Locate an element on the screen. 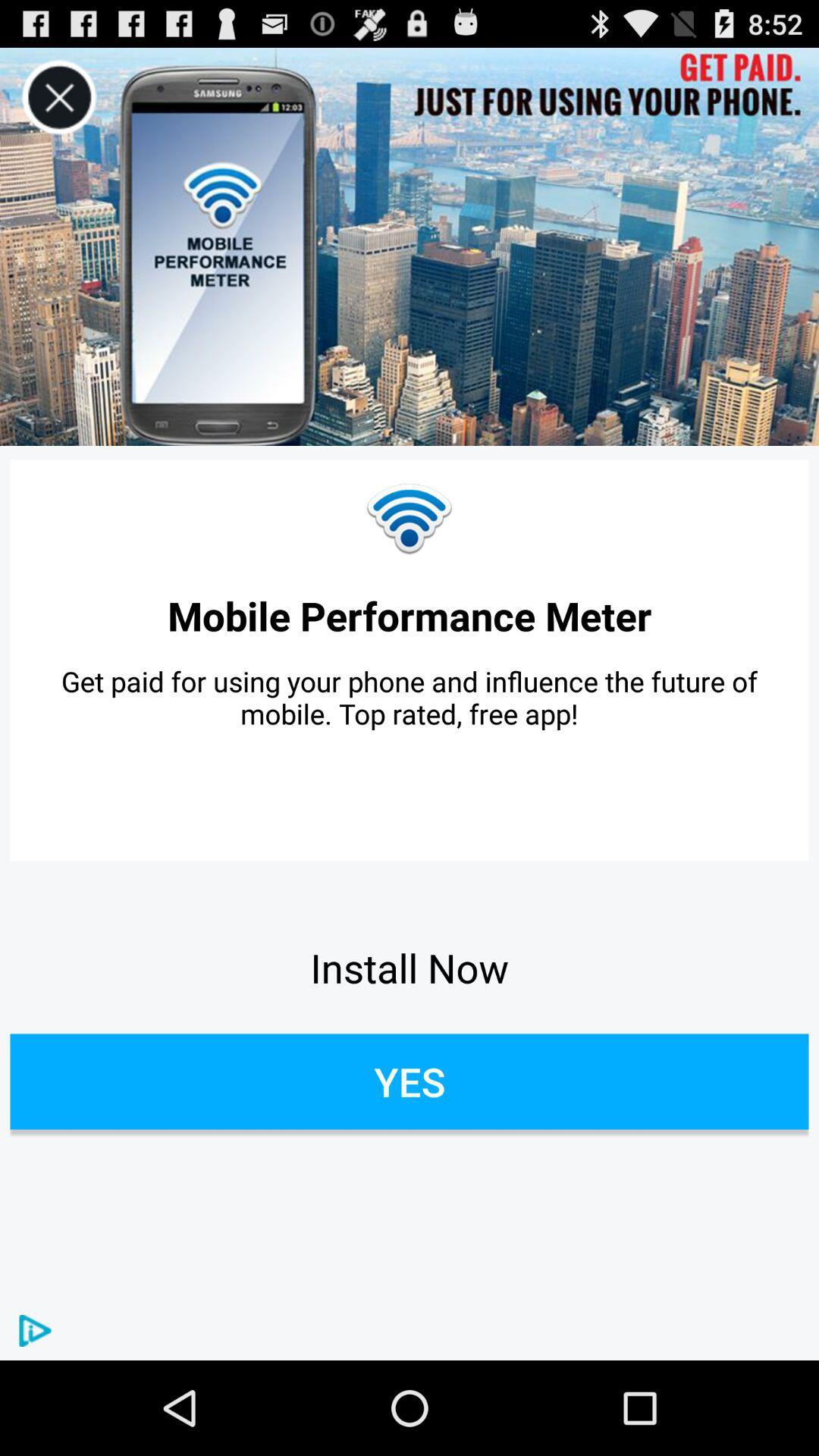 The image size is (819, 1456). the install now item is located at coordinates (409, 967).